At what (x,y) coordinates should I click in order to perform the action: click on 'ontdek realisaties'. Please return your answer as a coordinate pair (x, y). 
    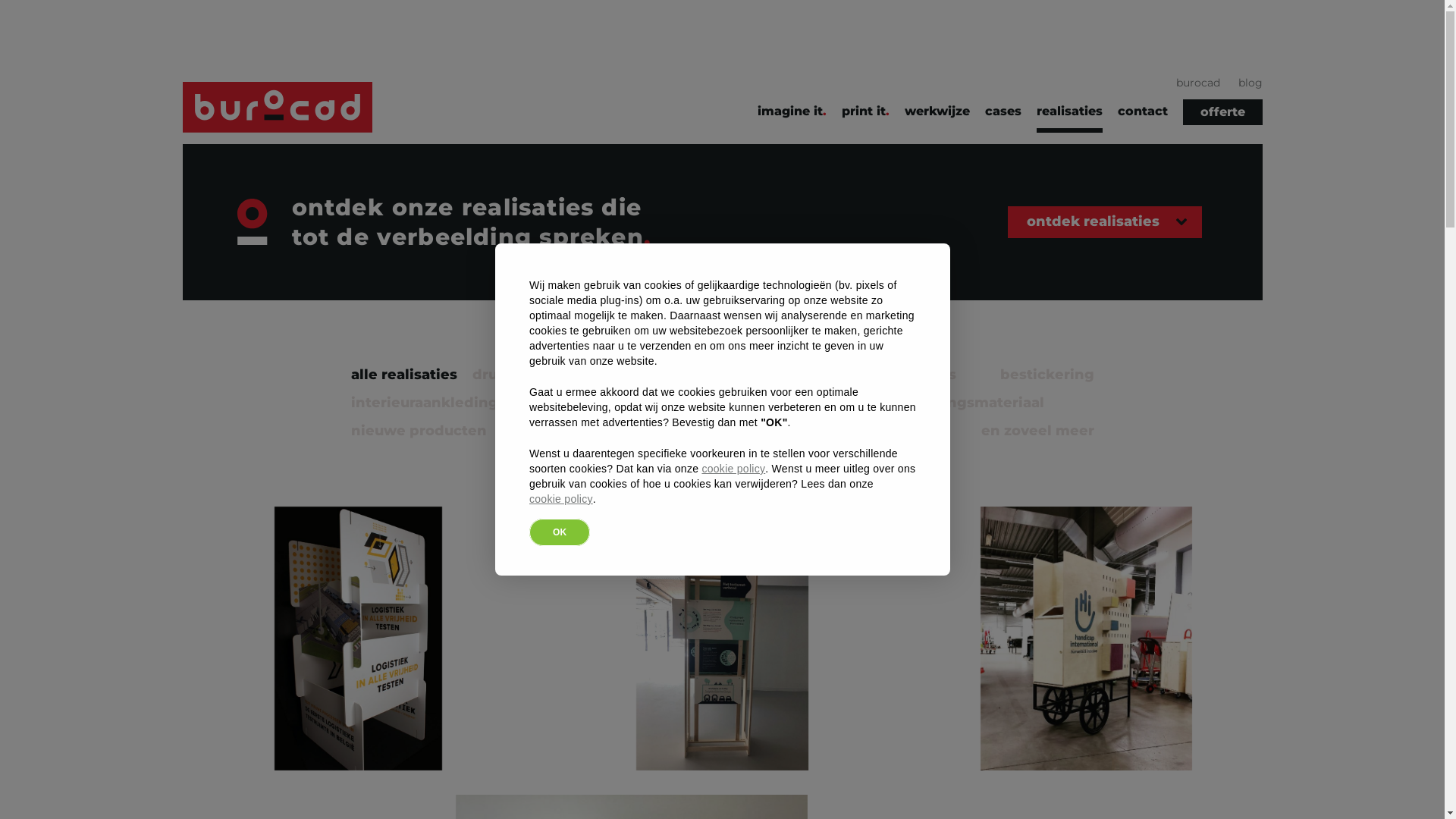
    Looking at the image, I should click on (1105, 222).